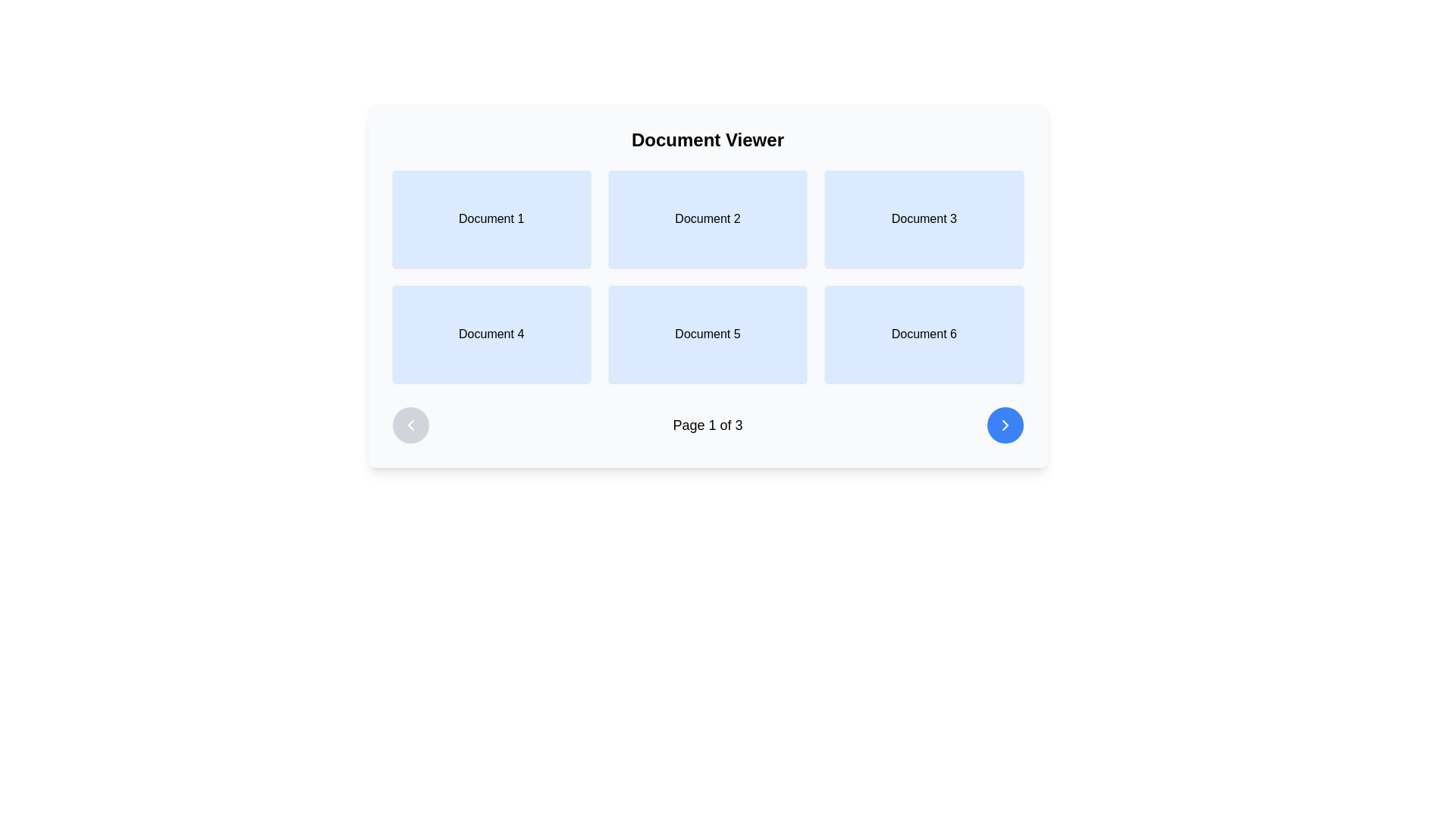 The image size is (1456, 819). What do you see at coordinates (1005, 425) in the screenshot?
I see `the circular button containing the chevron-shaped icon located in the bottom-right corner of the interface` at bounding box center [1005, 425].